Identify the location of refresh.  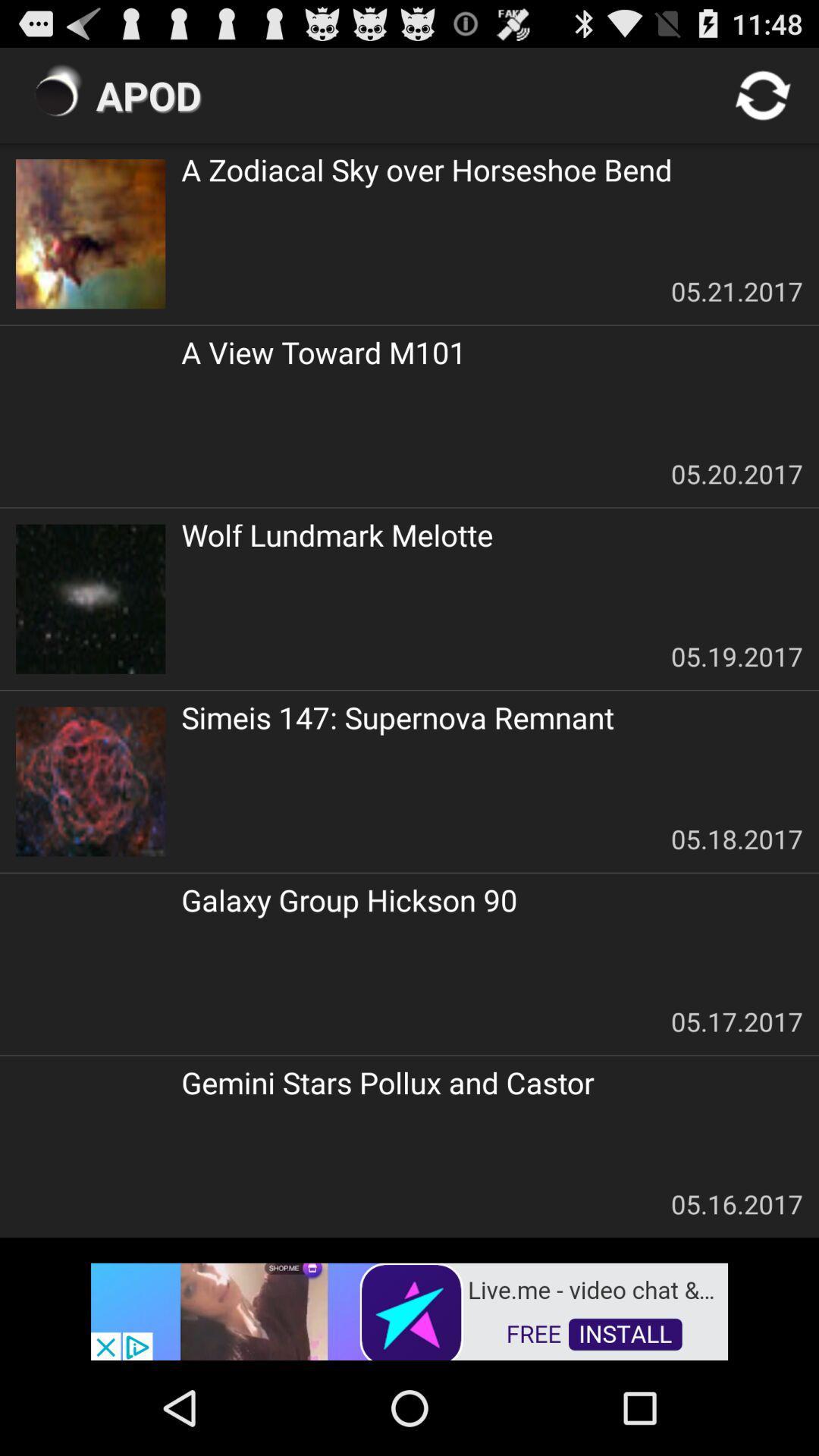
(763, 94).